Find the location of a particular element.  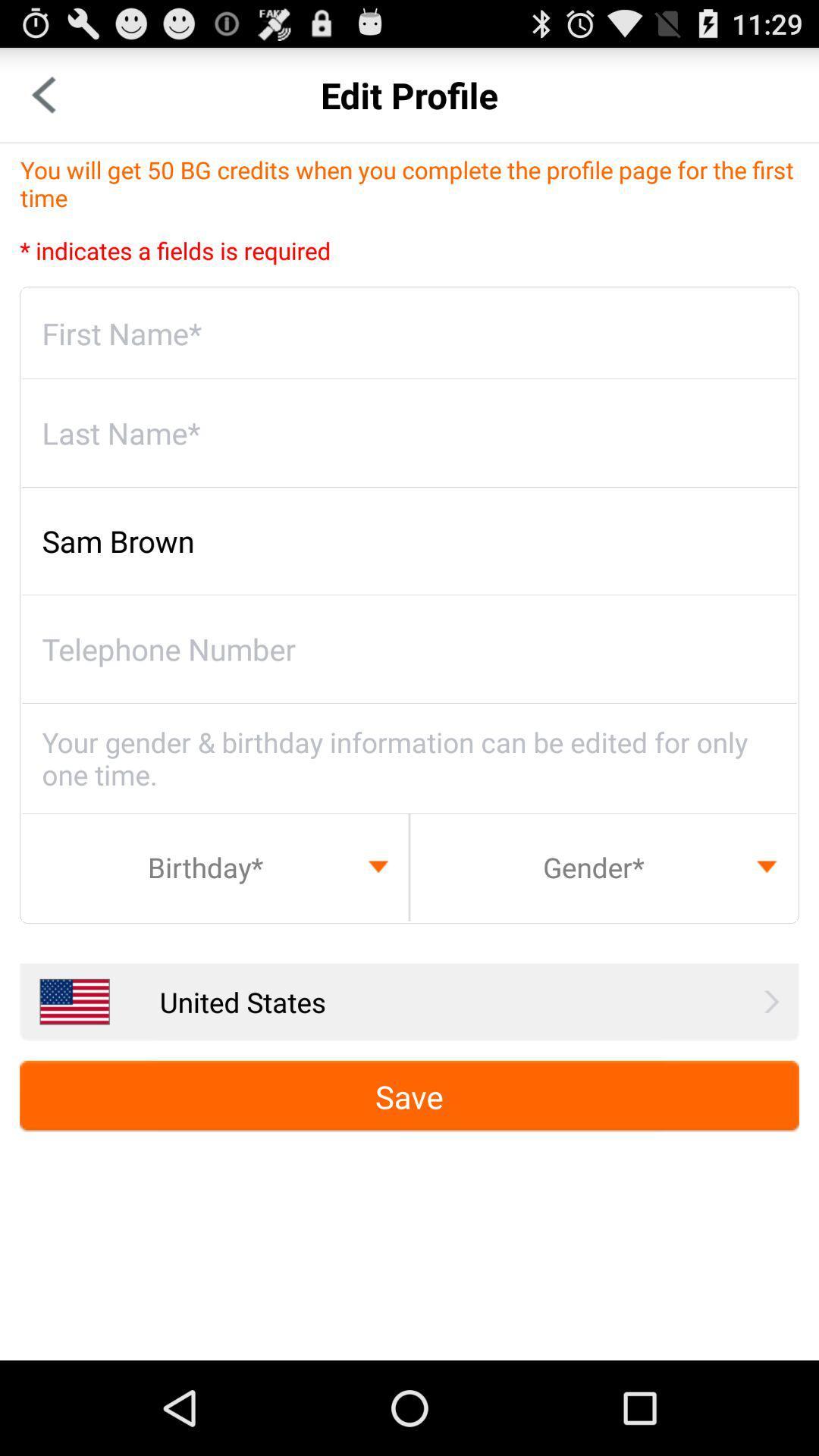

write last name is located at coordinates (409, 432).